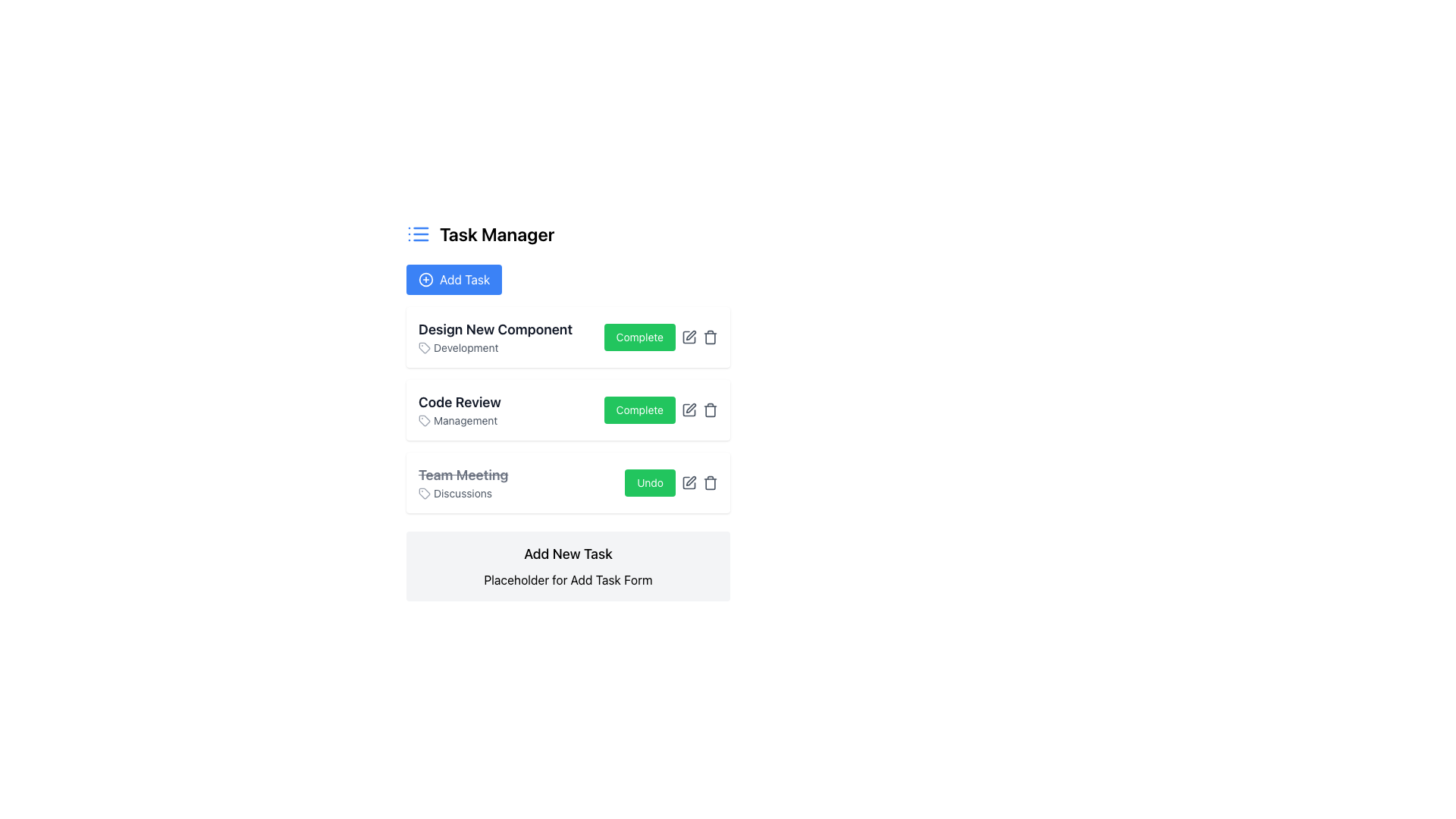 The width and height of the screenshot is (1456, 819). Describe the element at coordinates (453, 280) in the screenshot. I see `the blue 'Add Task' button with rounded corners located beneath the 'Task Manager' header` at that location.